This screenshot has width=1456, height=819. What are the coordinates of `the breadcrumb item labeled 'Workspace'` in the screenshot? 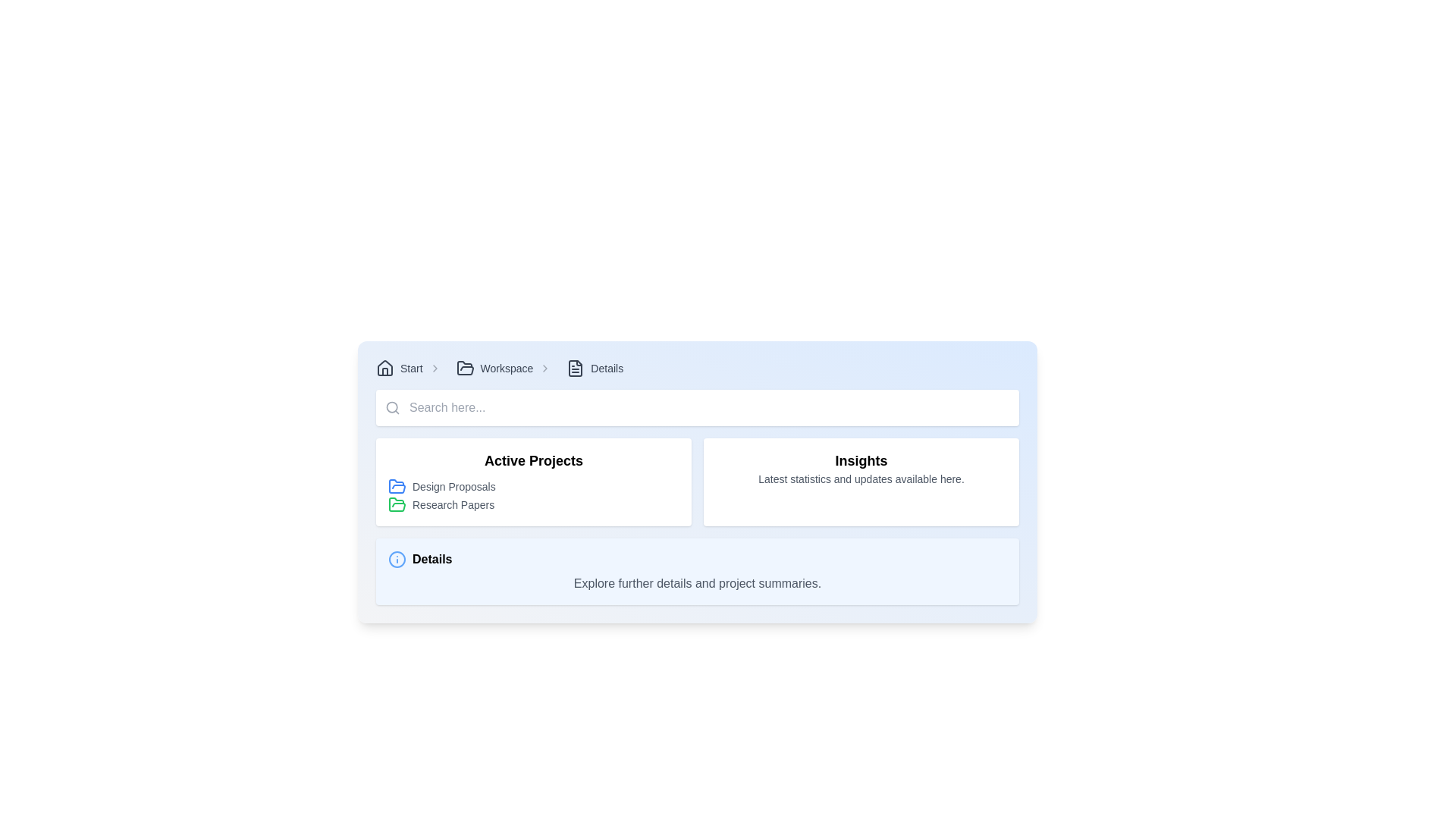 It's located at (507, 369).